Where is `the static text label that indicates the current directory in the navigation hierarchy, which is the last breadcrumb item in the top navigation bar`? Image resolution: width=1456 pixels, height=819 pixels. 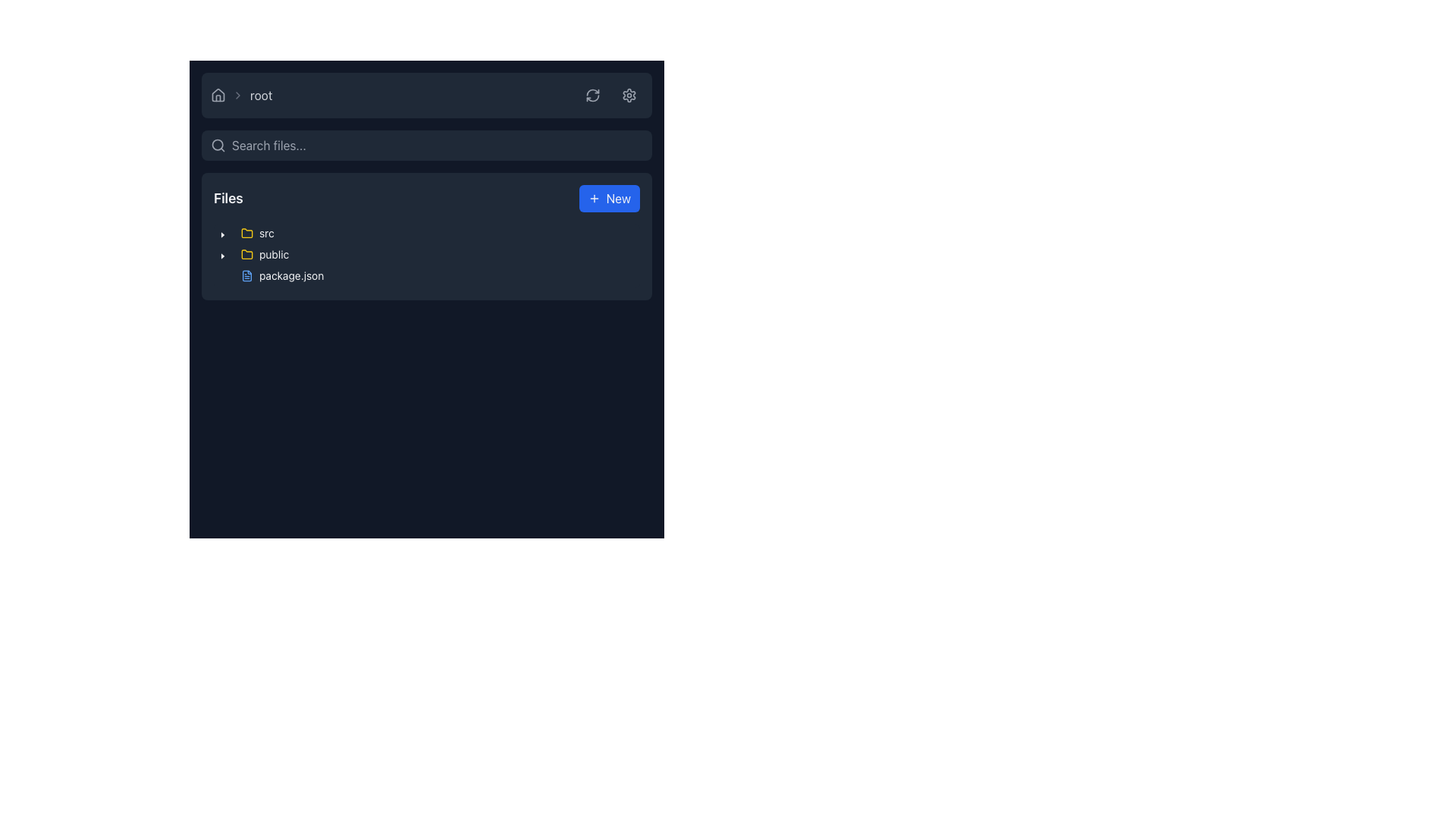
the static text label that indicates the current directory in the navigation hierarchy, which is the last breadcrumb item in the top navigation bar is located at coordinates (261, 96).